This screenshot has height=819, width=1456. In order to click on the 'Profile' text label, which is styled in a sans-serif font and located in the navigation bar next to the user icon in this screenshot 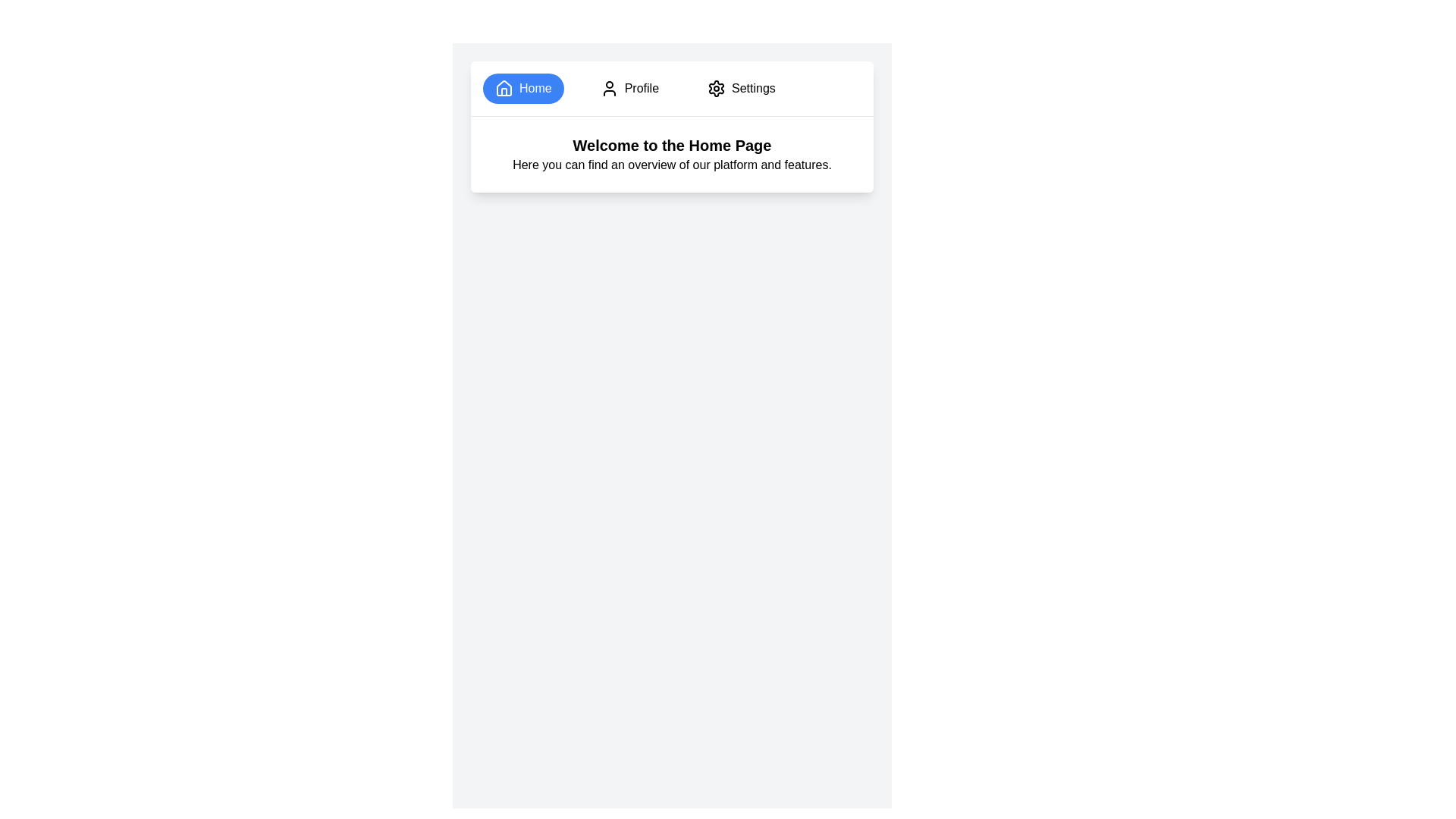, I will do `click(642, 88)`.